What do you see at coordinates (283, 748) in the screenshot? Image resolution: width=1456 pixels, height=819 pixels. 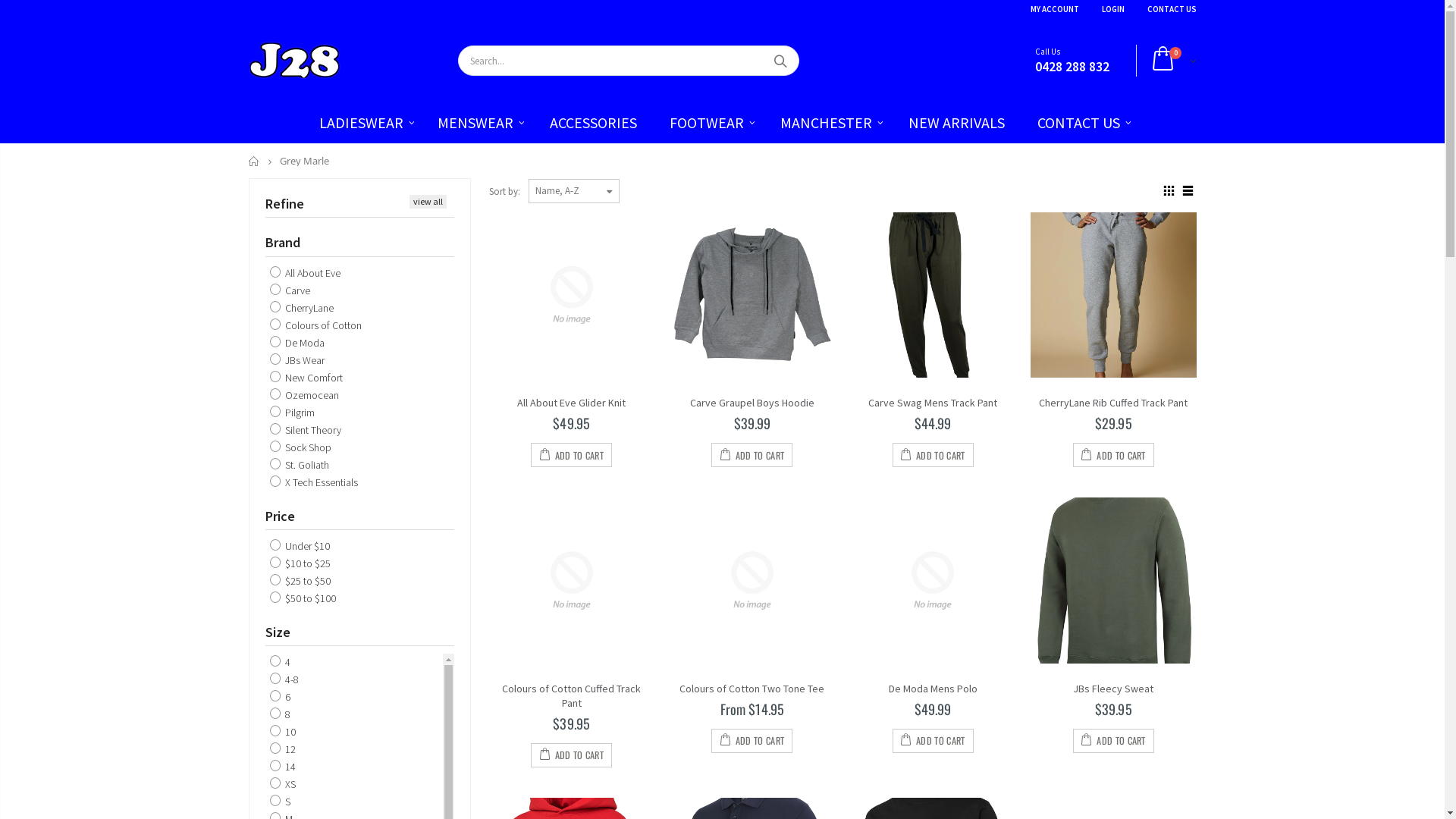 I see `'12'` at bounding box center [283, 748].